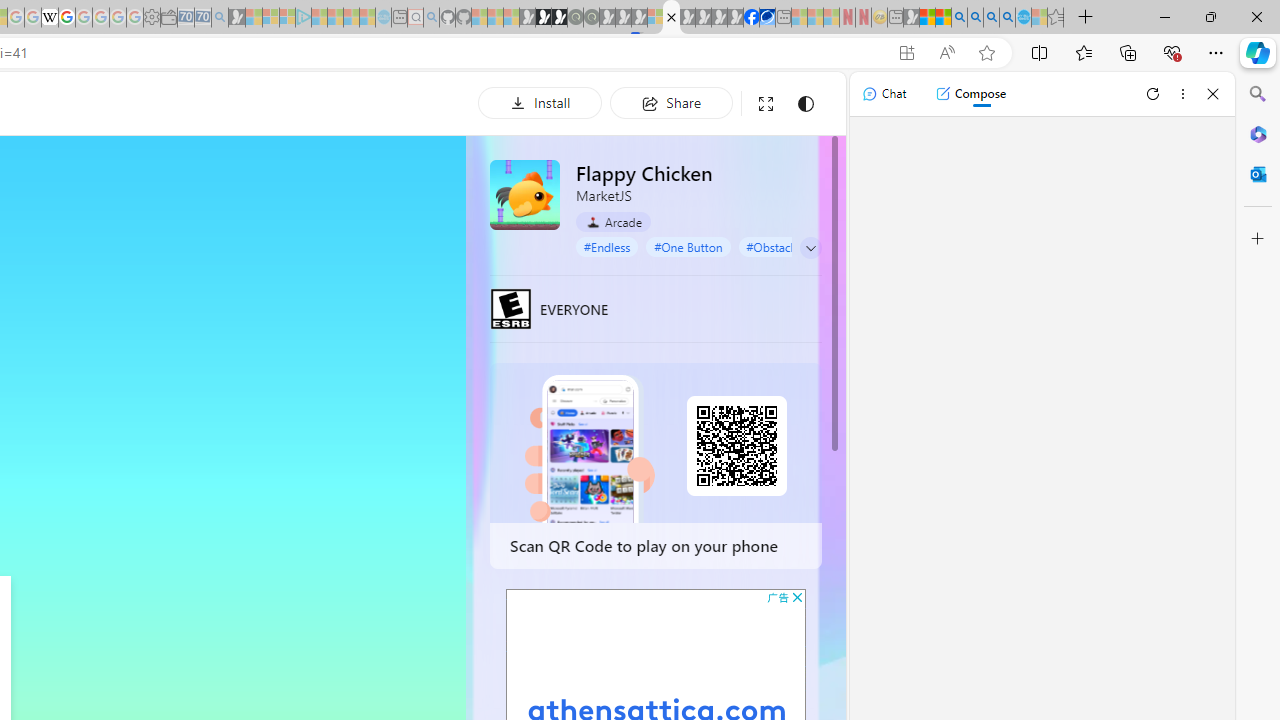  I want to click on 'Play Zoo Boom in your browser | Games from Microsoft Start', so click(544, 17).